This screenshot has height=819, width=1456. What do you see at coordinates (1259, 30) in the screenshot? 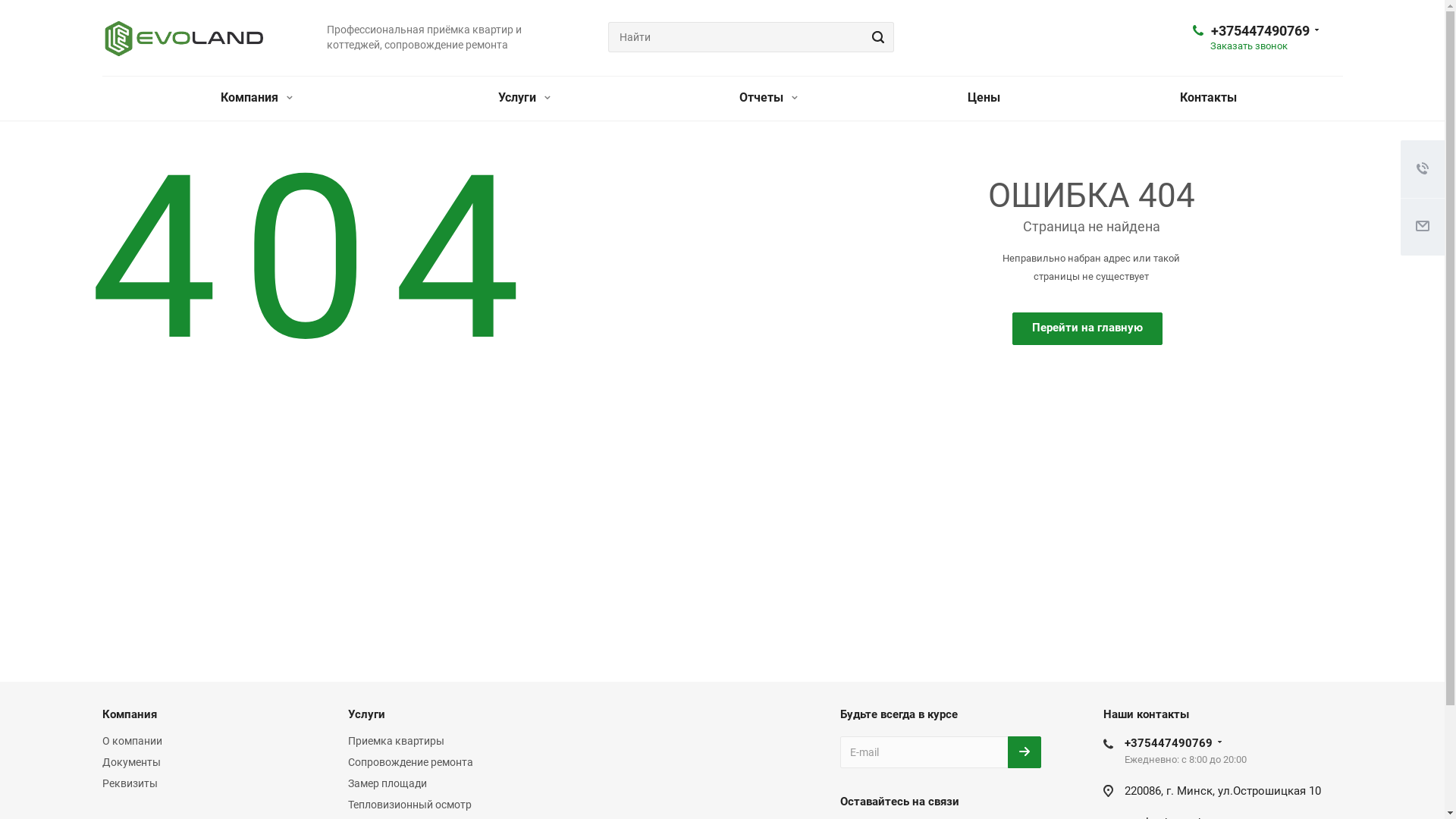
I see `'+375447490769'` at bounding box center [1259, 30].